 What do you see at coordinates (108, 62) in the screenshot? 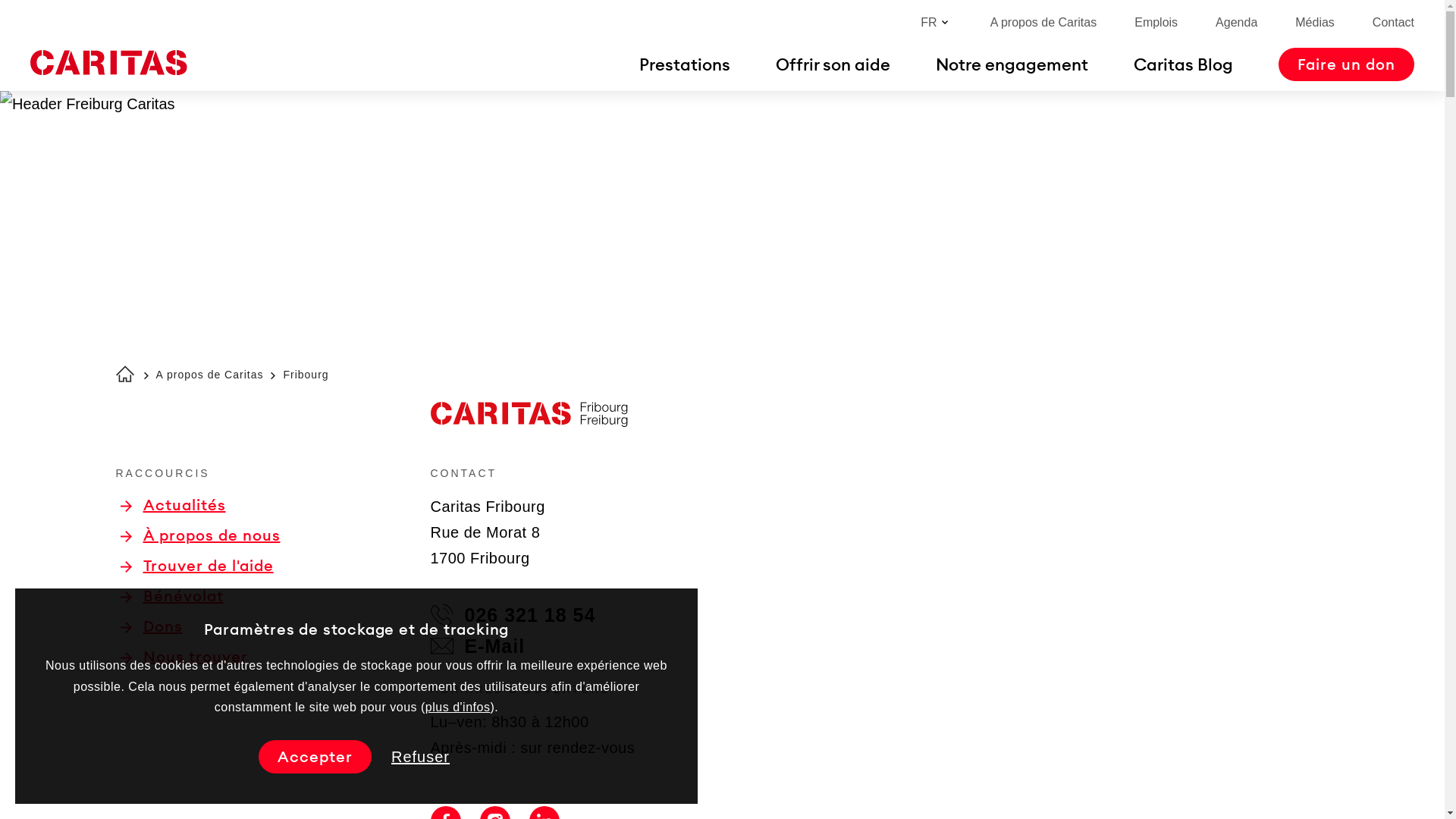
I see `'Page d'accueil'` at bounding box center [108, 62].